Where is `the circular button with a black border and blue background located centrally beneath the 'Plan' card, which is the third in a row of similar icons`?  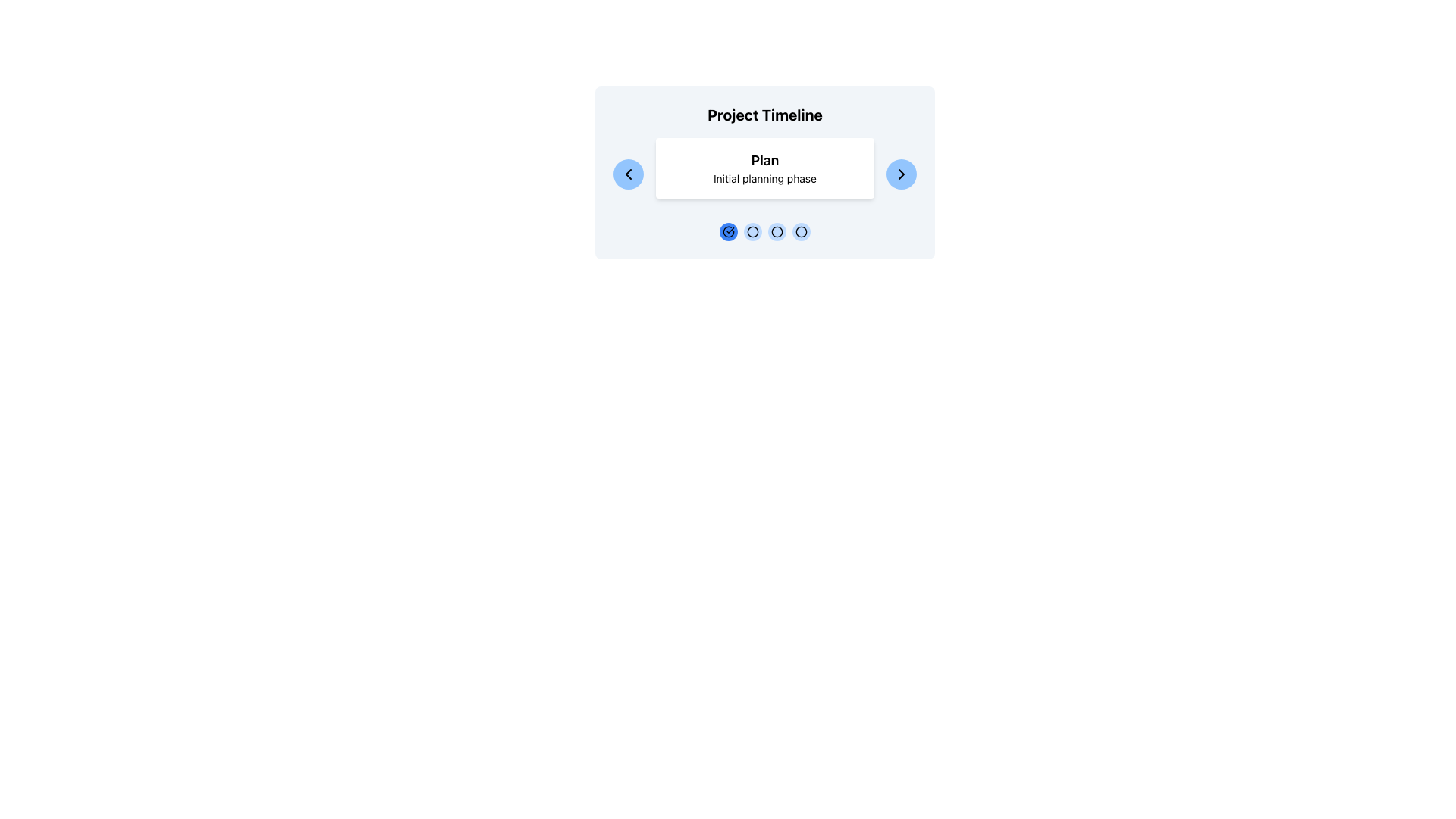 the circular button with a black border and blue background located centrally beneath the 'Plan' card, which is the third in a row of similar icons is located at coordinates (777, 231).